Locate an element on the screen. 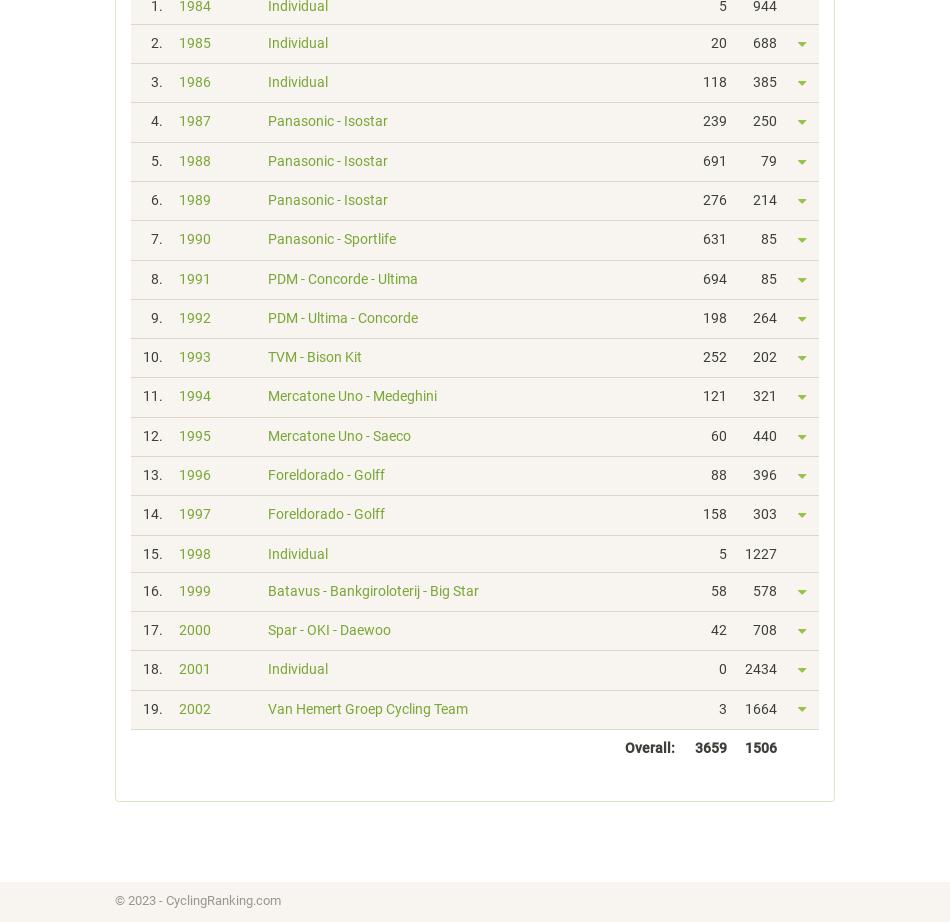  '3659' is located at coordinates (710, 746).